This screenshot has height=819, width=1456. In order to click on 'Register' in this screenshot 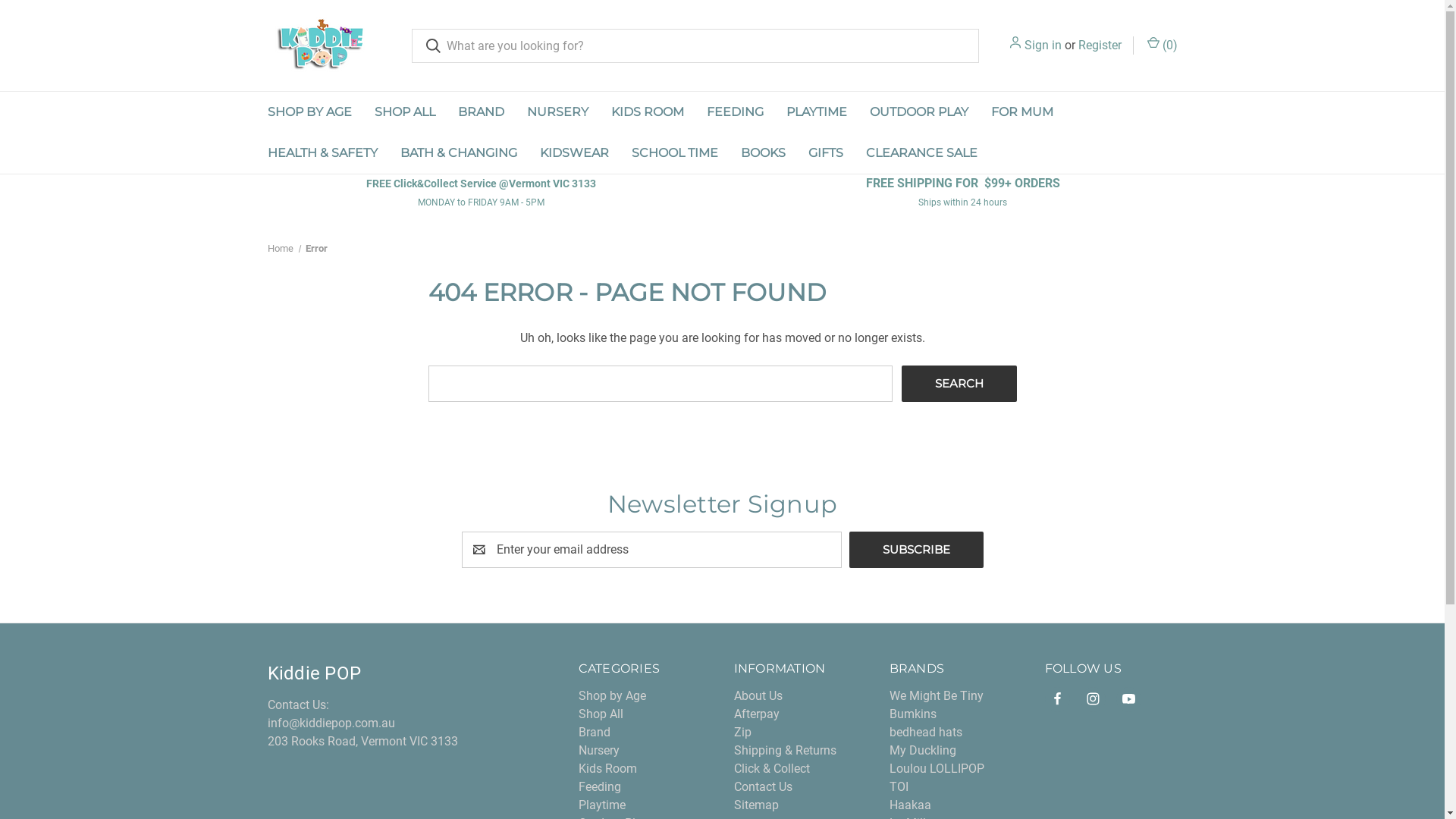, I will do `click(1077, 45)`.